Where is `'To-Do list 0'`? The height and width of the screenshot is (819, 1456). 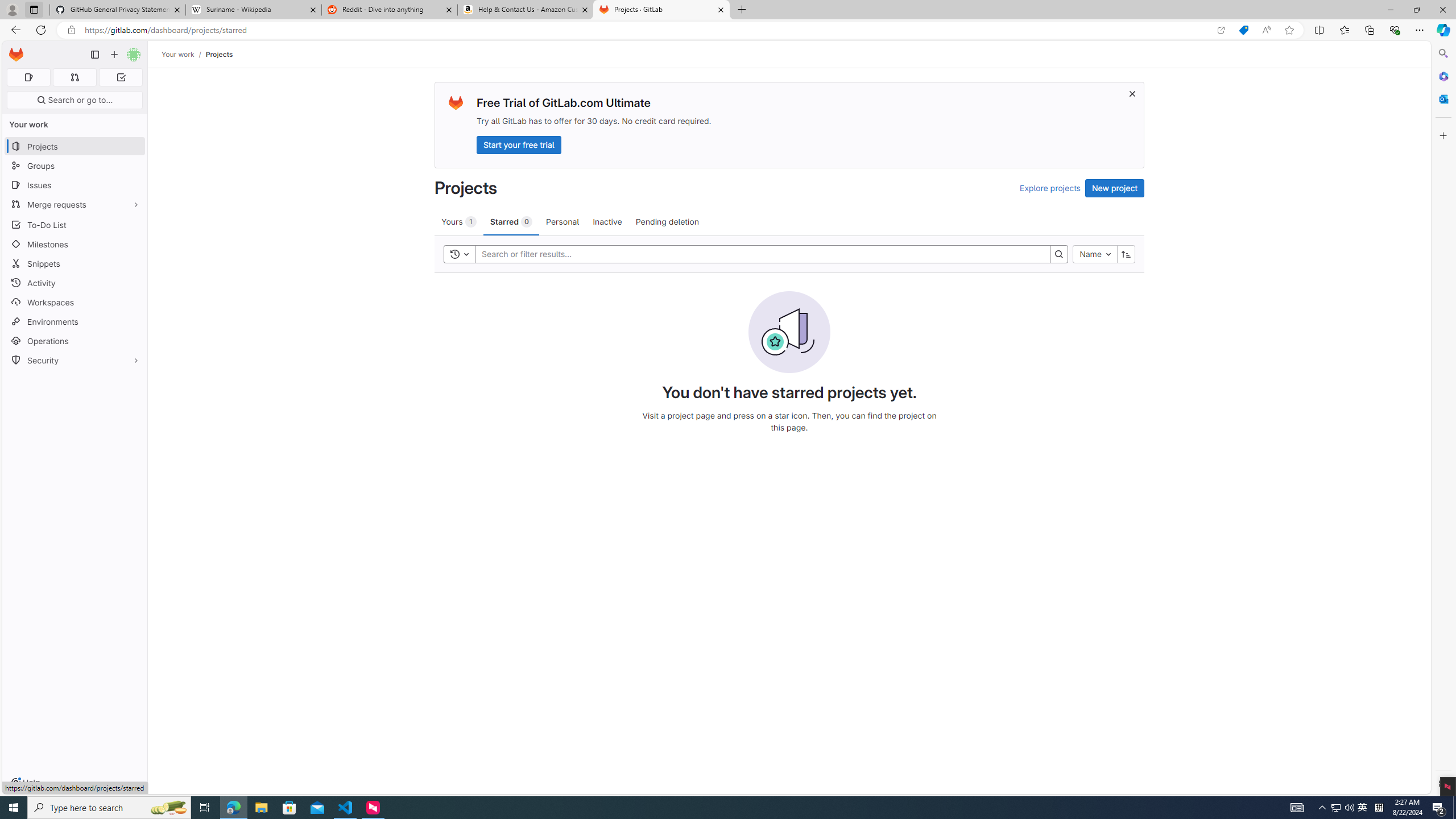 'To-Do list 0' is located at coordinates (120, 77).